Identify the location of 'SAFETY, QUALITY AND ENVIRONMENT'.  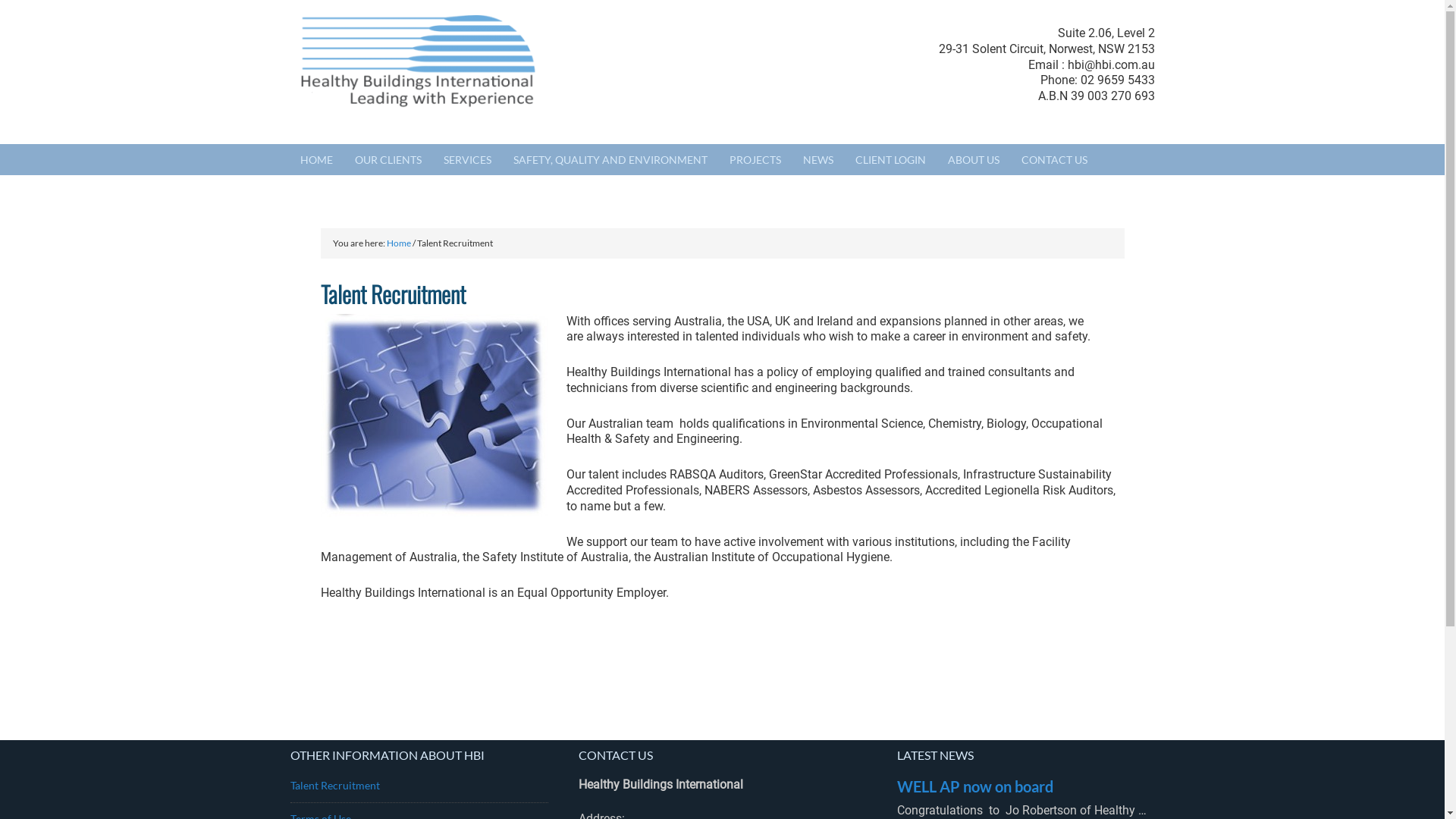
(610, 159).